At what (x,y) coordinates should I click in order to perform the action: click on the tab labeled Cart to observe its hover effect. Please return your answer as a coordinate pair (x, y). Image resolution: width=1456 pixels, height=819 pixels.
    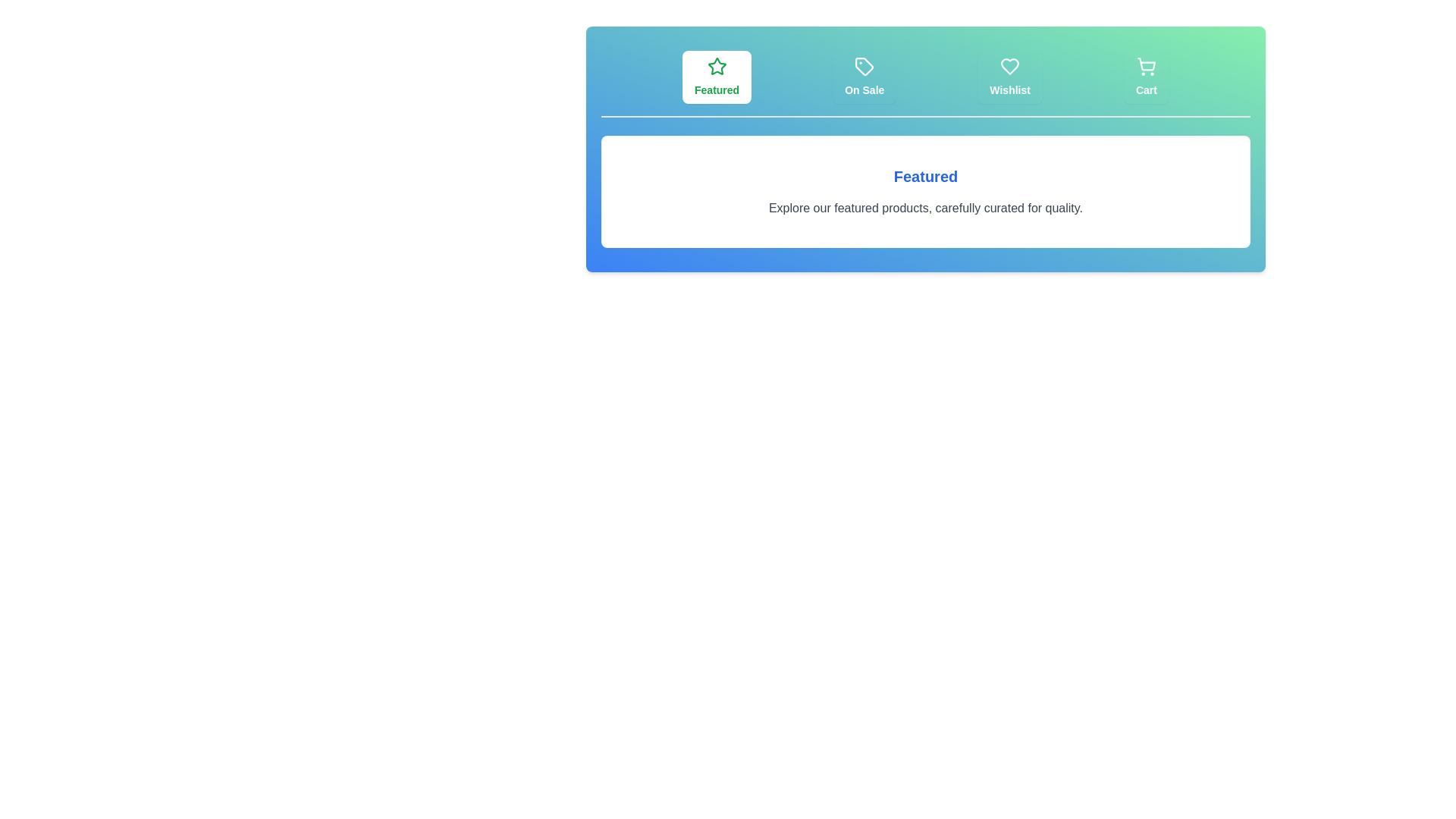
    Looking at the image, I should click on (1147, 77).